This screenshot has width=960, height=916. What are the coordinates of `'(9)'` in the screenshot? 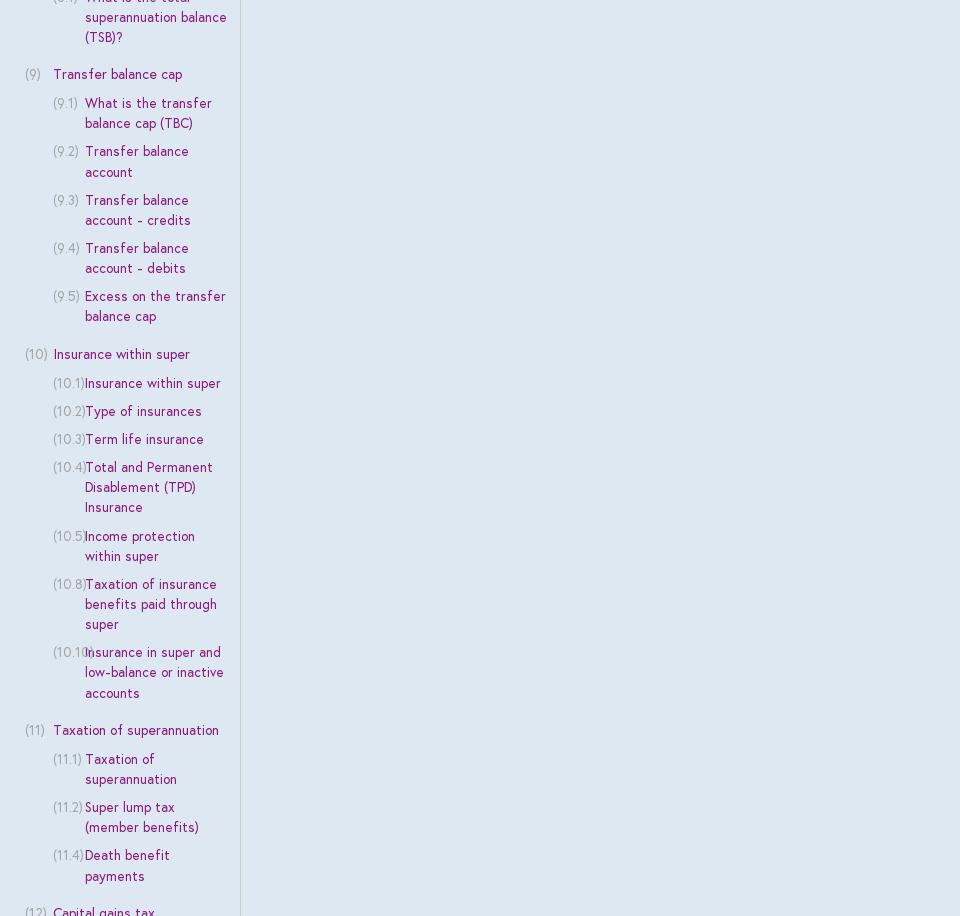 It's located at (30, 73).